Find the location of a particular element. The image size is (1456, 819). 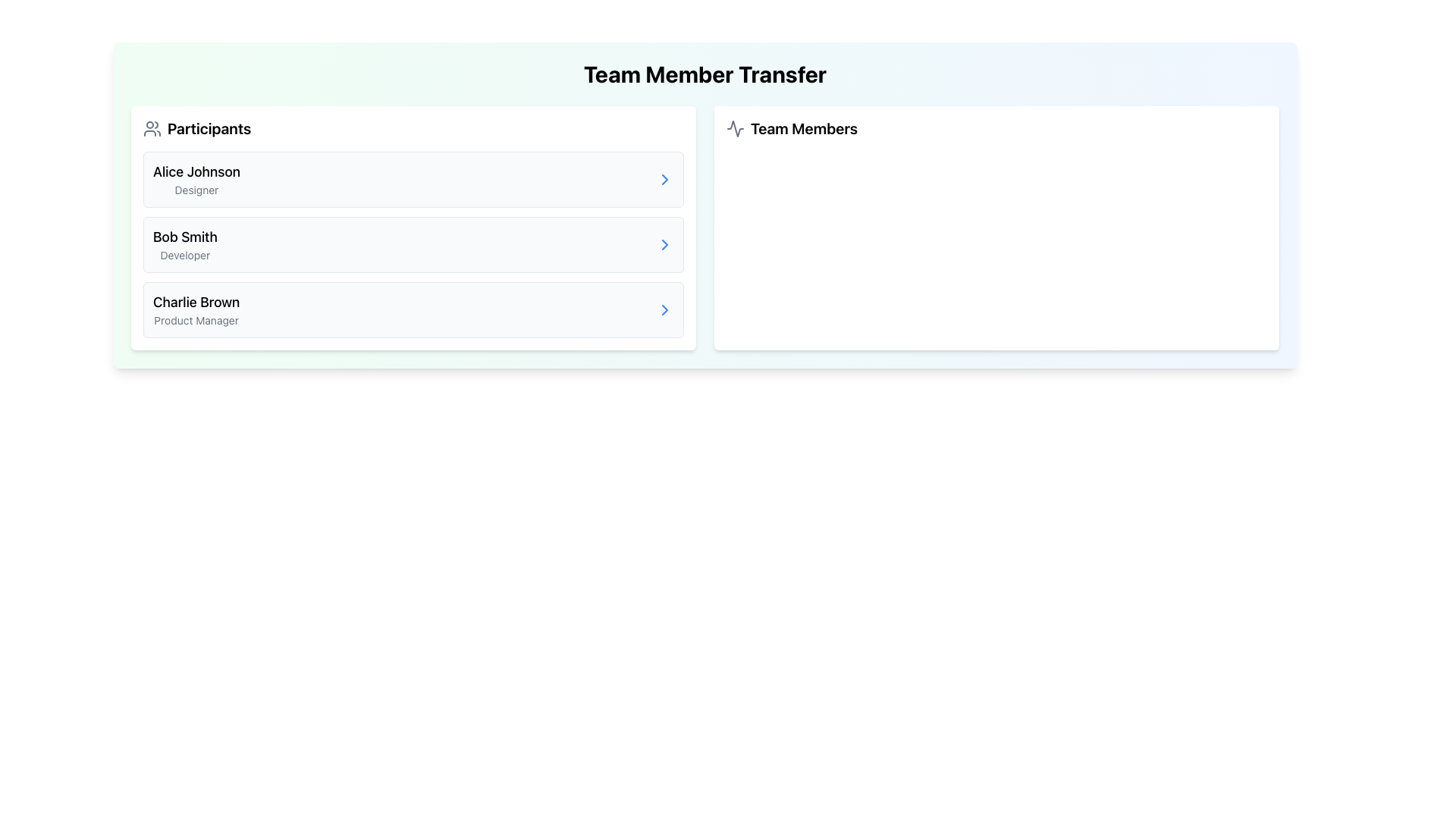

the second item in the participant list displaying a user's name and job title is located at coordinates (413, 244).